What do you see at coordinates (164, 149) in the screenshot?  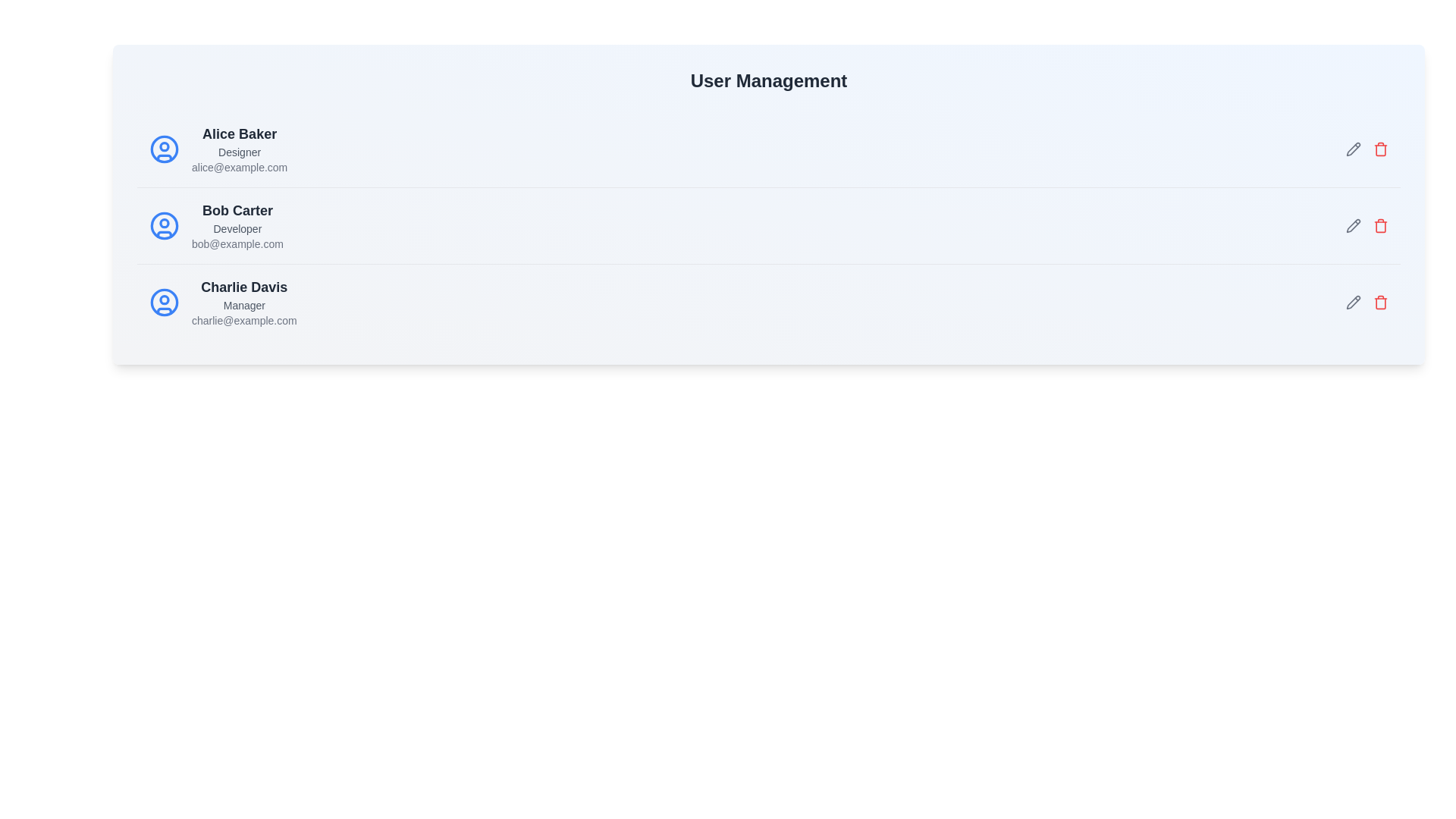 I see `the user icon for Alice Baker` at bounding box center [164, 149].